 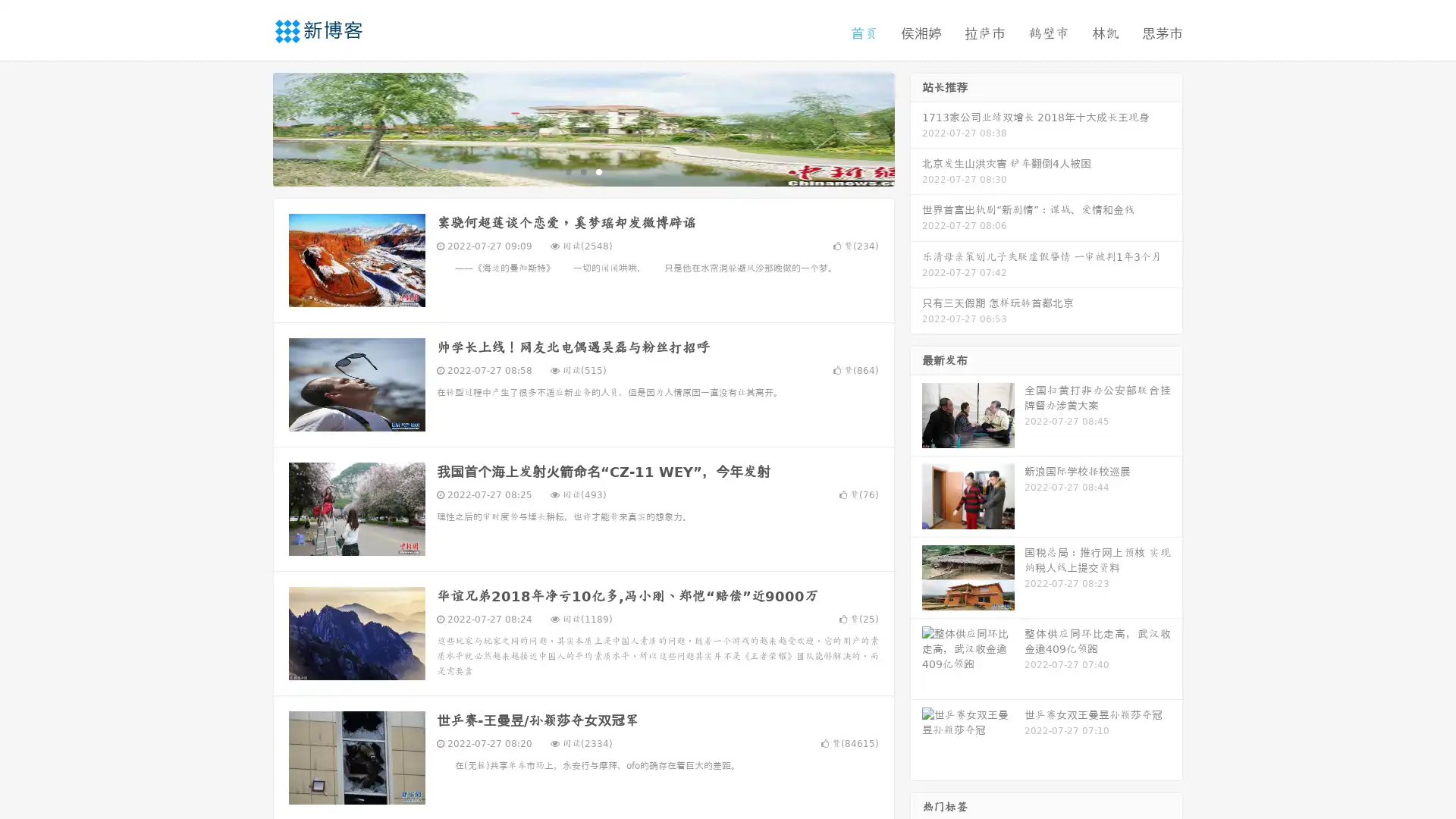 What do you see at coordinates (598, 171) in the screenshot?
I see `Go to slide 3` at bounding box center [598, 171].